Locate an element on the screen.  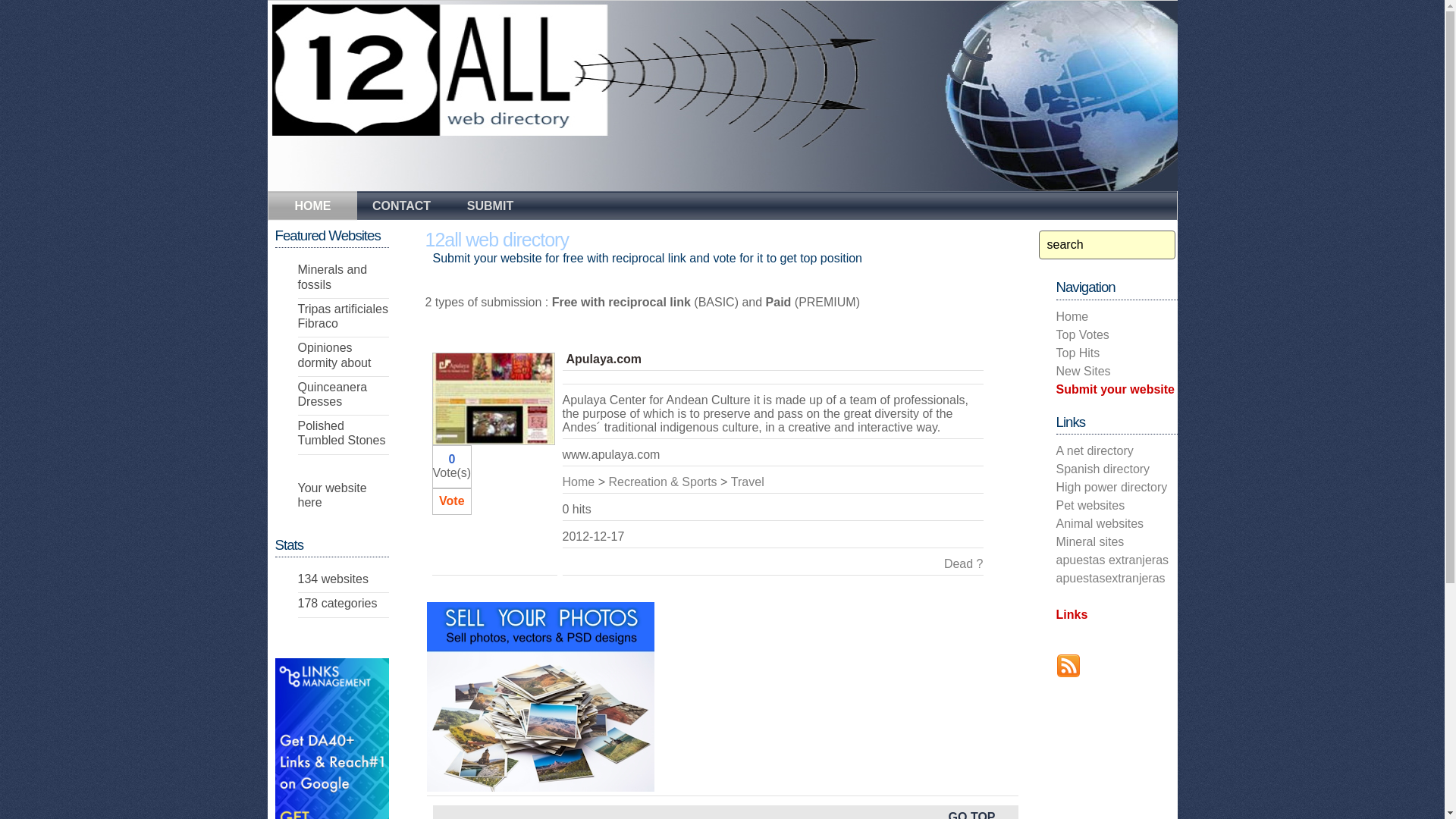
'Apulaya.com' is located at coordinates (564, 359).